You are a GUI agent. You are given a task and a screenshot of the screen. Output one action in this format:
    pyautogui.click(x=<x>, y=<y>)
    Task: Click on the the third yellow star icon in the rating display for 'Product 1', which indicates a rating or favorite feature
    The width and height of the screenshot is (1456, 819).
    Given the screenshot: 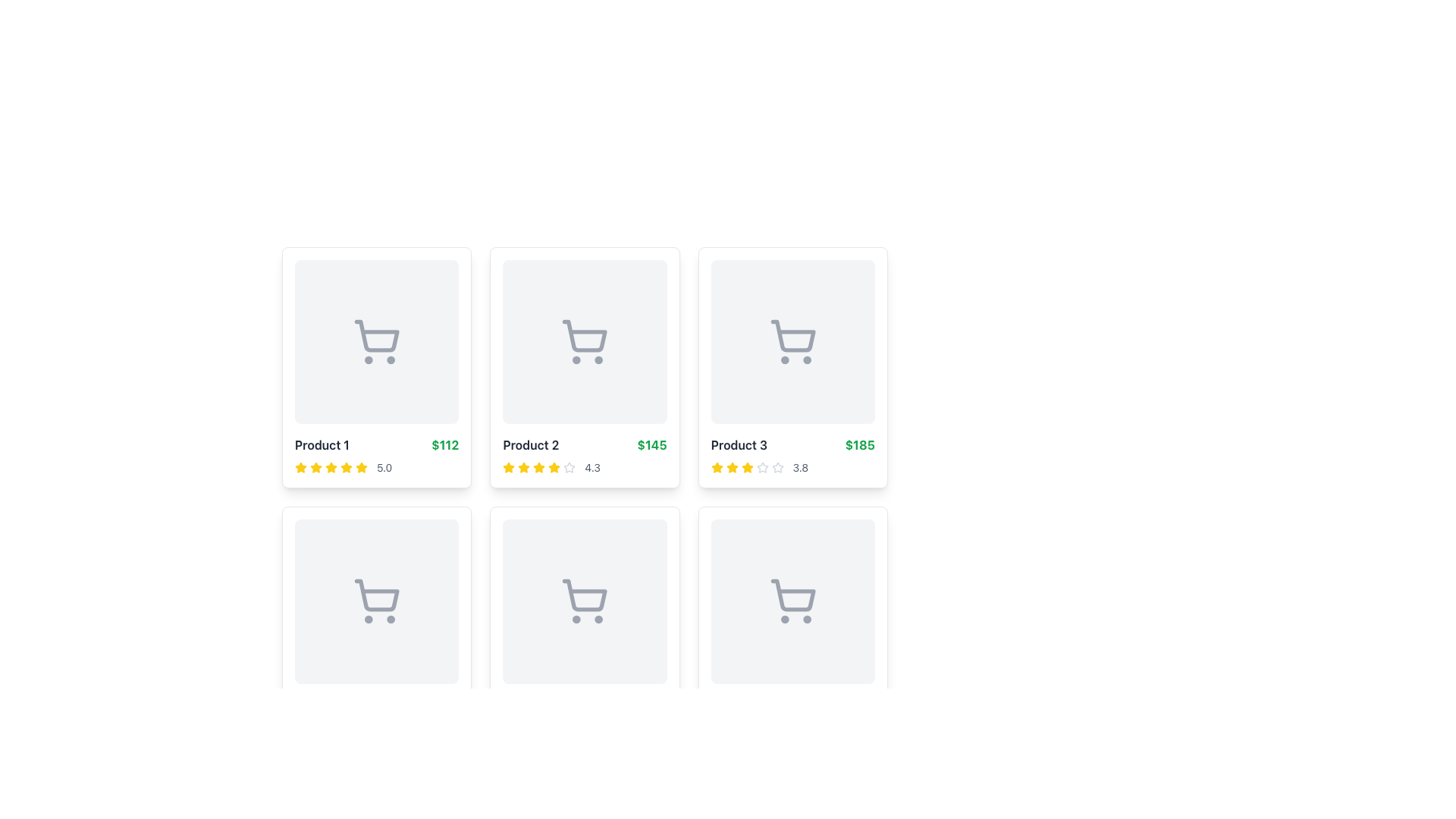 What is the action you would take?
    pyautogui.click(x=315, y=467)
    